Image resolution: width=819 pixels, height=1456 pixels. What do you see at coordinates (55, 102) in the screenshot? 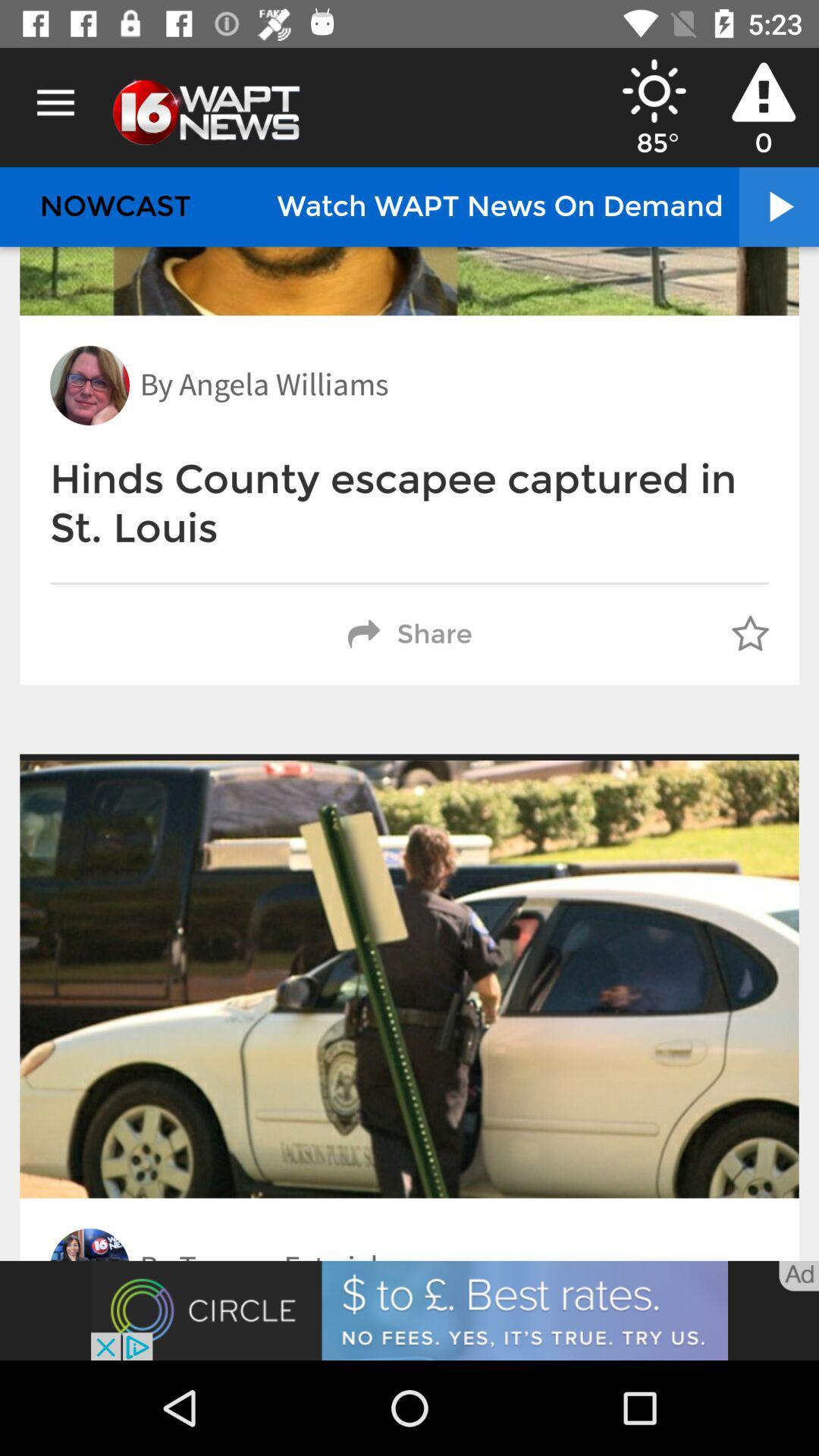
I see `the menu icon` at bounding box center [55, 102].